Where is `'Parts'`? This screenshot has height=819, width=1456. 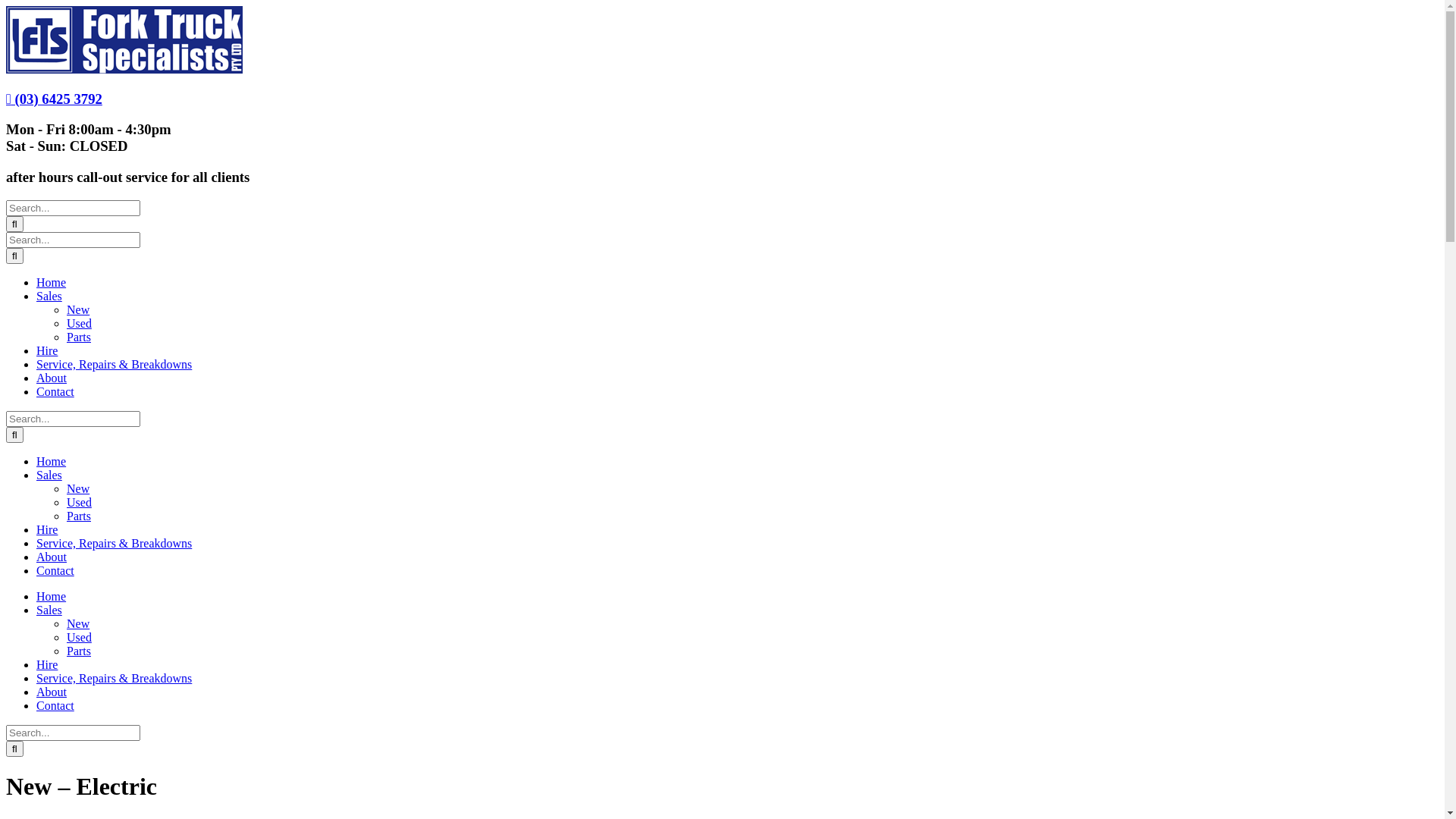 'Parts' is located at coordinates (65, 336).